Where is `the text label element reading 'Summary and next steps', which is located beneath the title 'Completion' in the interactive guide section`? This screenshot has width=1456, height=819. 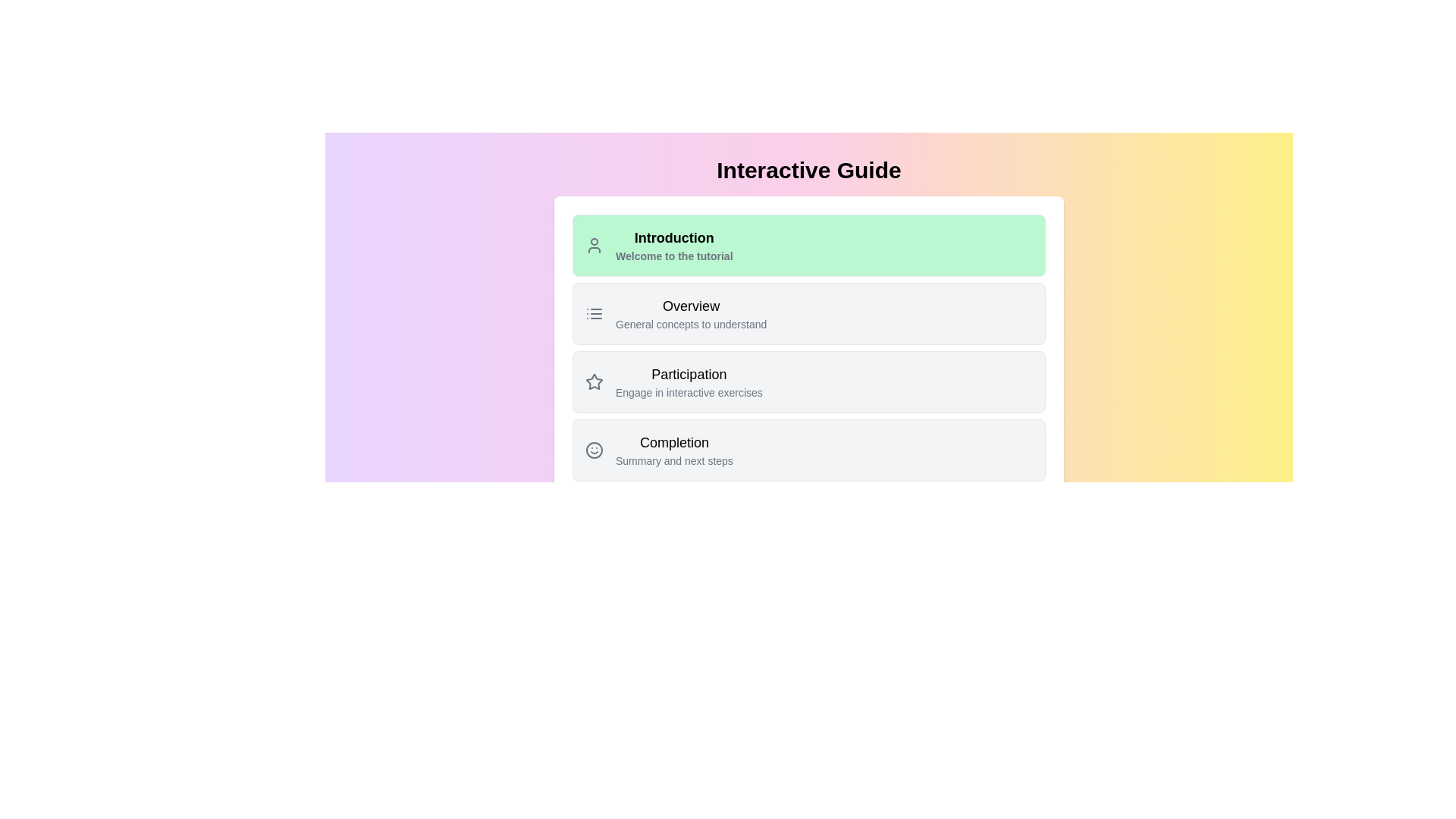
the text label element reading 'Summary and next steps', which is located beneath the title 'Completion' in the interactive guide section is located at coordinates (673, 460).